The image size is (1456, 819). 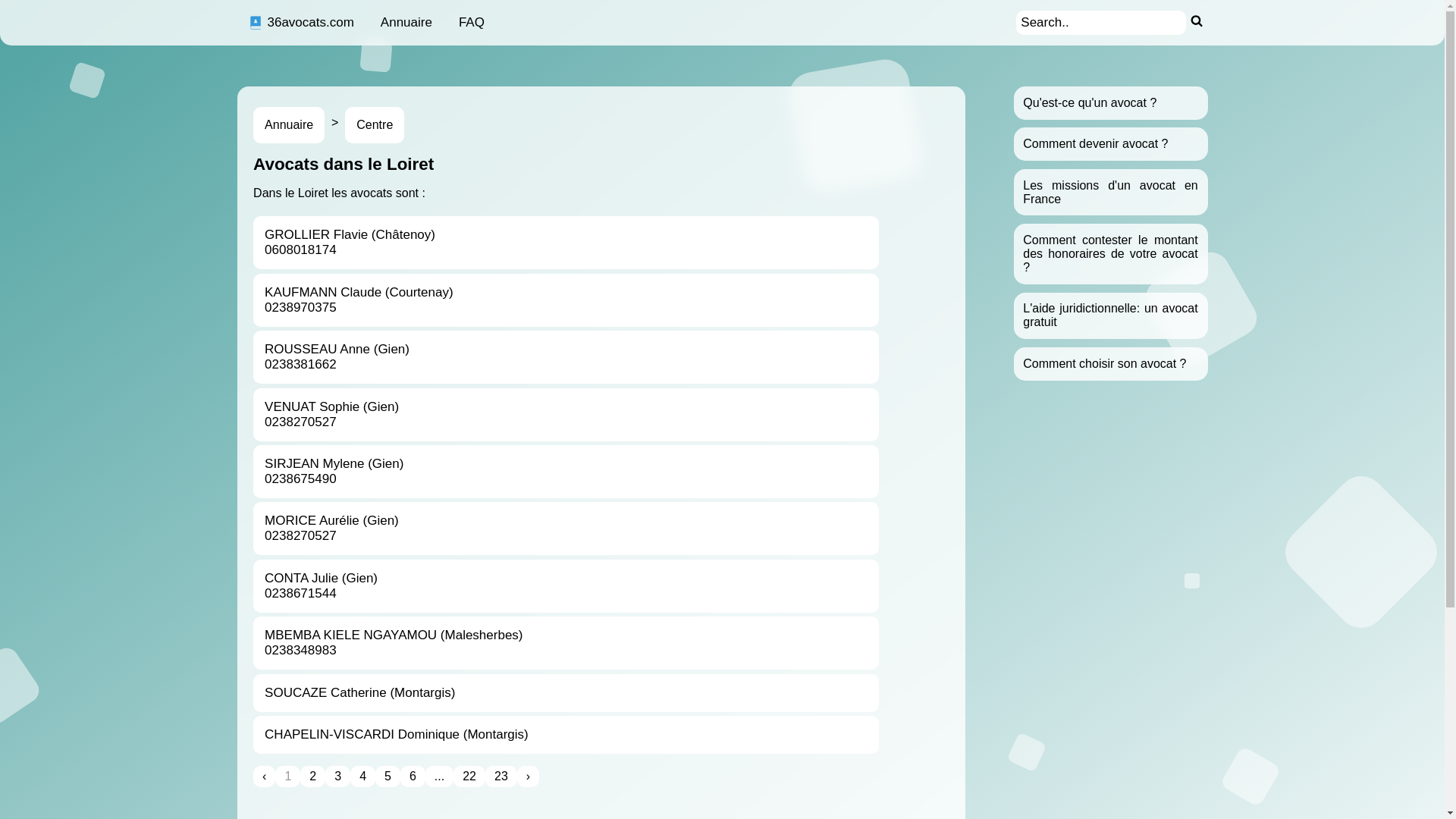 I want to click on '5', so click(x=375, y=776).